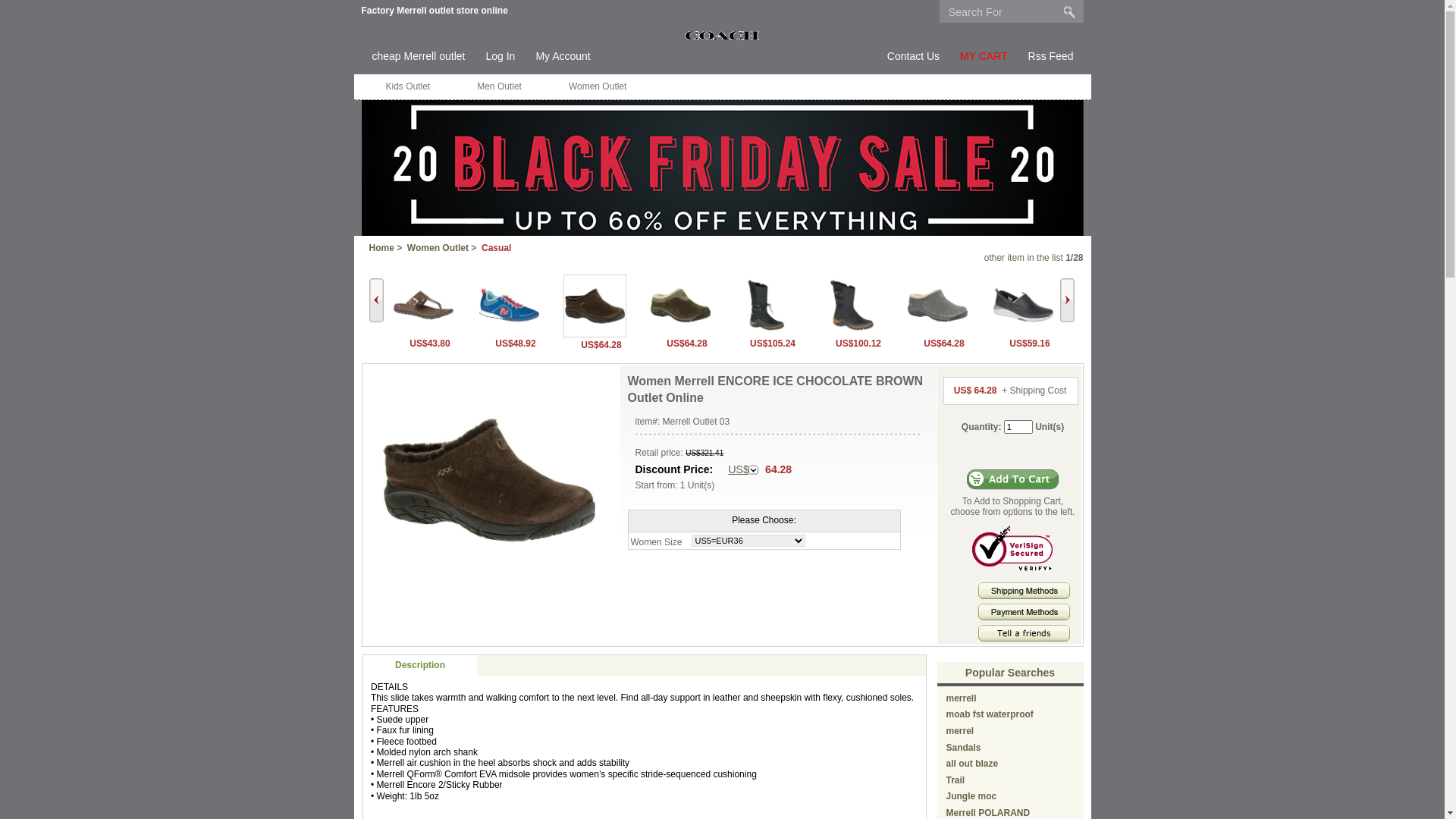 The width and height of the screenshot is (1456, 819). Describe the element at coordinates (978, 617) in the screenshot. I see `'Payment methods'` at that location.